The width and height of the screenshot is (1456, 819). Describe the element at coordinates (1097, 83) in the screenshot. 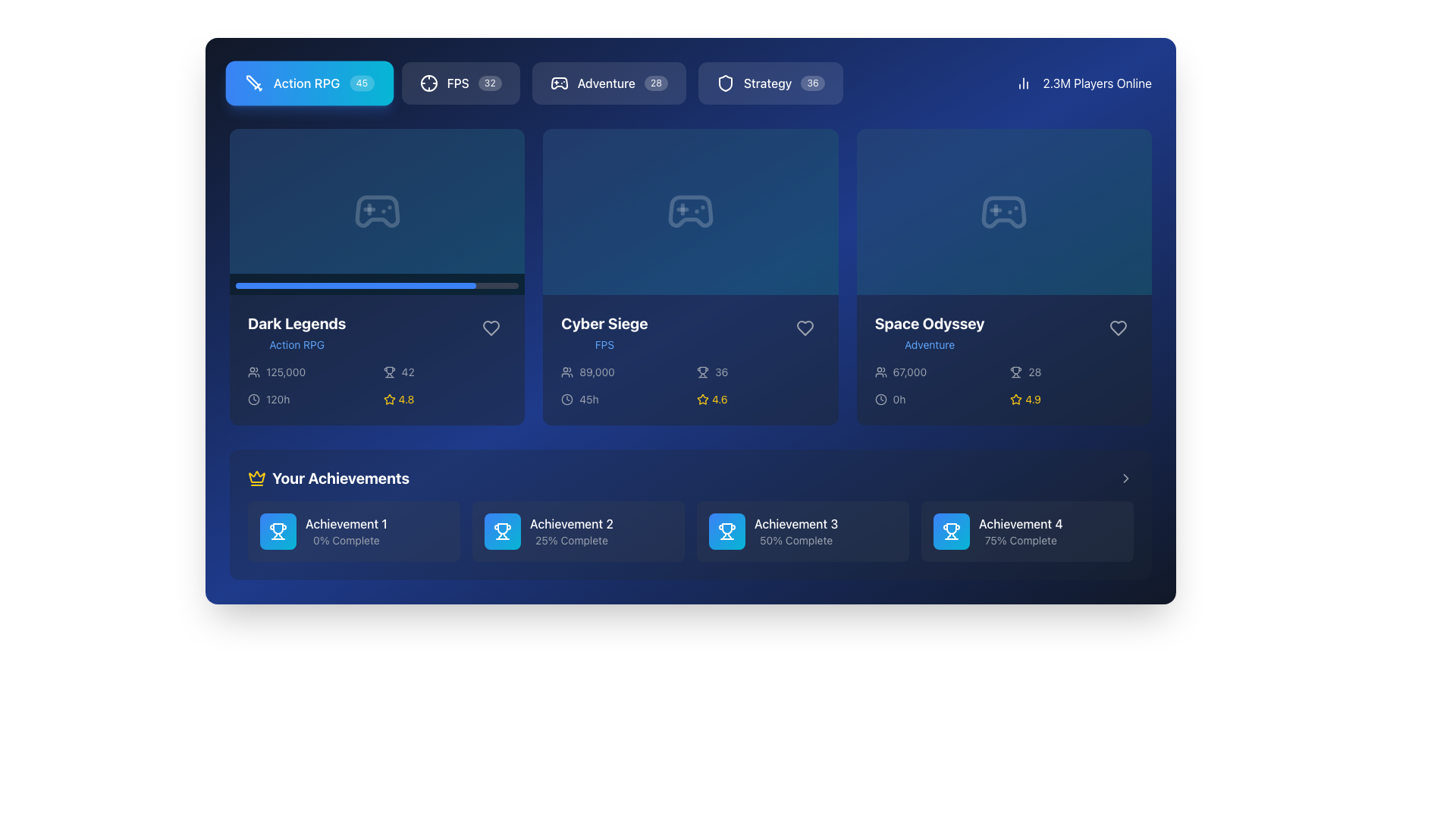

I see `displayed text from the Text label indicating the current number of players online, located at the top-right corner of the interface` at that location.